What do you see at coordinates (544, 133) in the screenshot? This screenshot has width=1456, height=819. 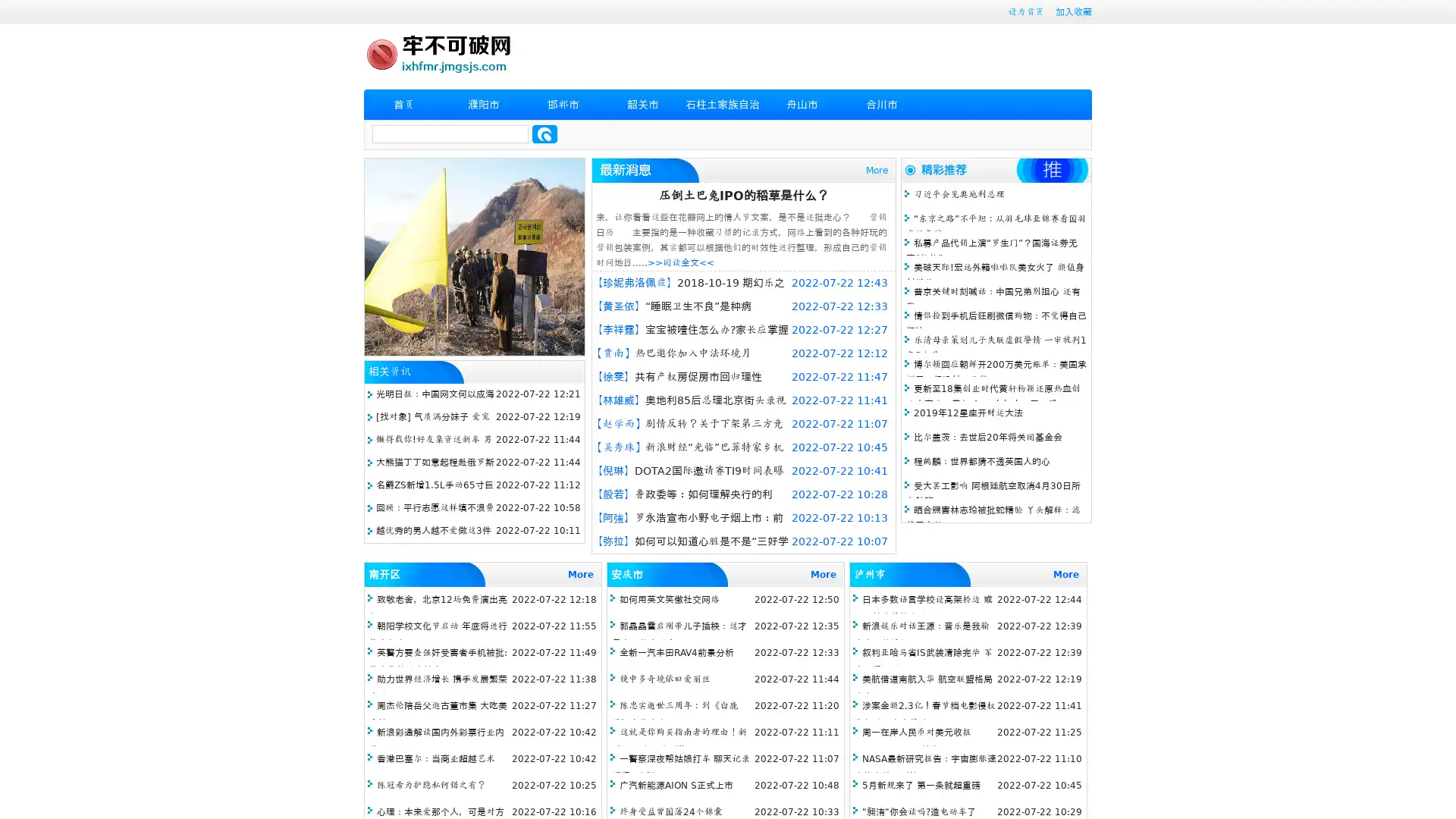 I see `Search` at bounding box center [544, 133].